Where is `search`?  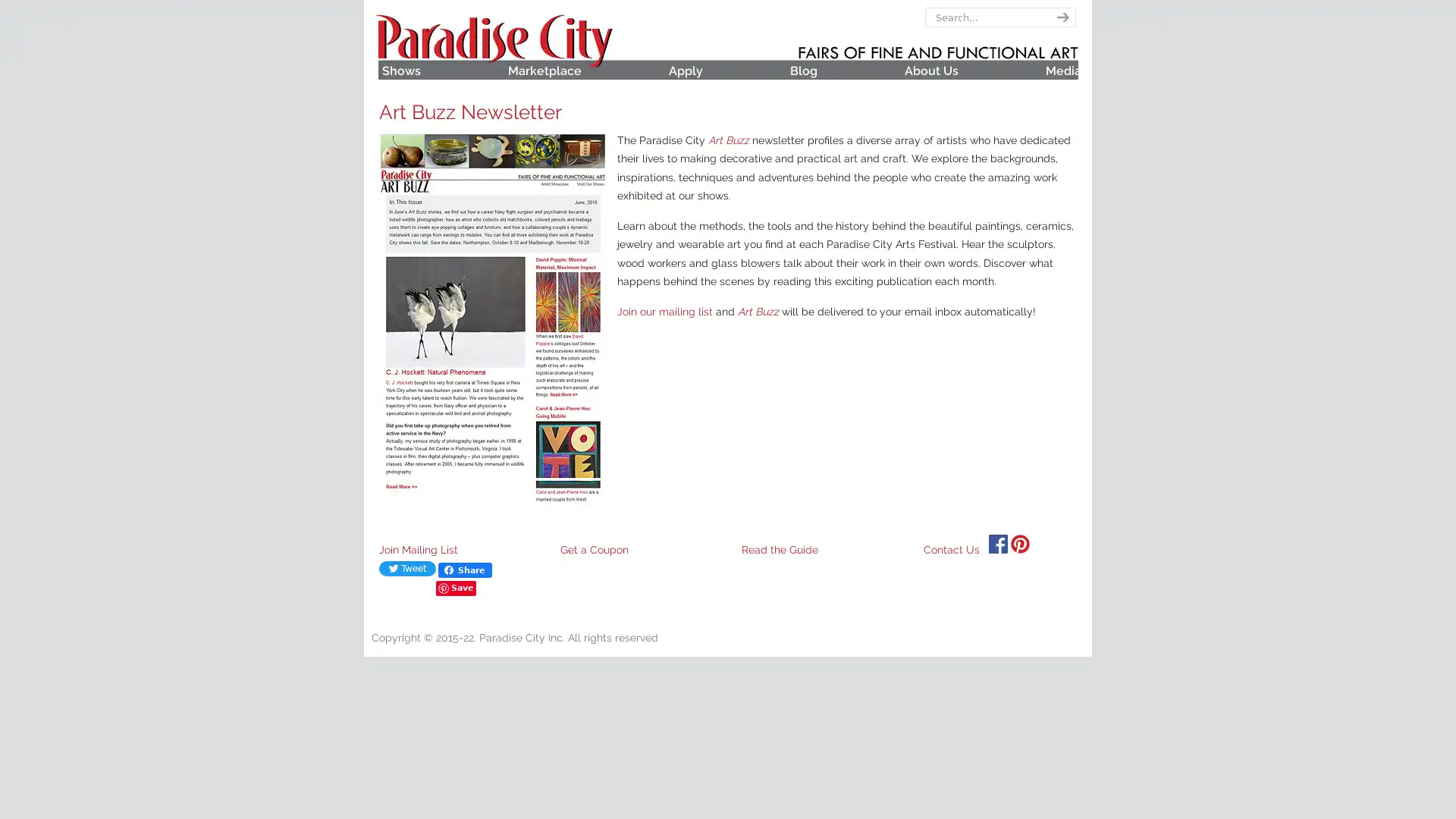 search is located at coordinates (1059, 17).